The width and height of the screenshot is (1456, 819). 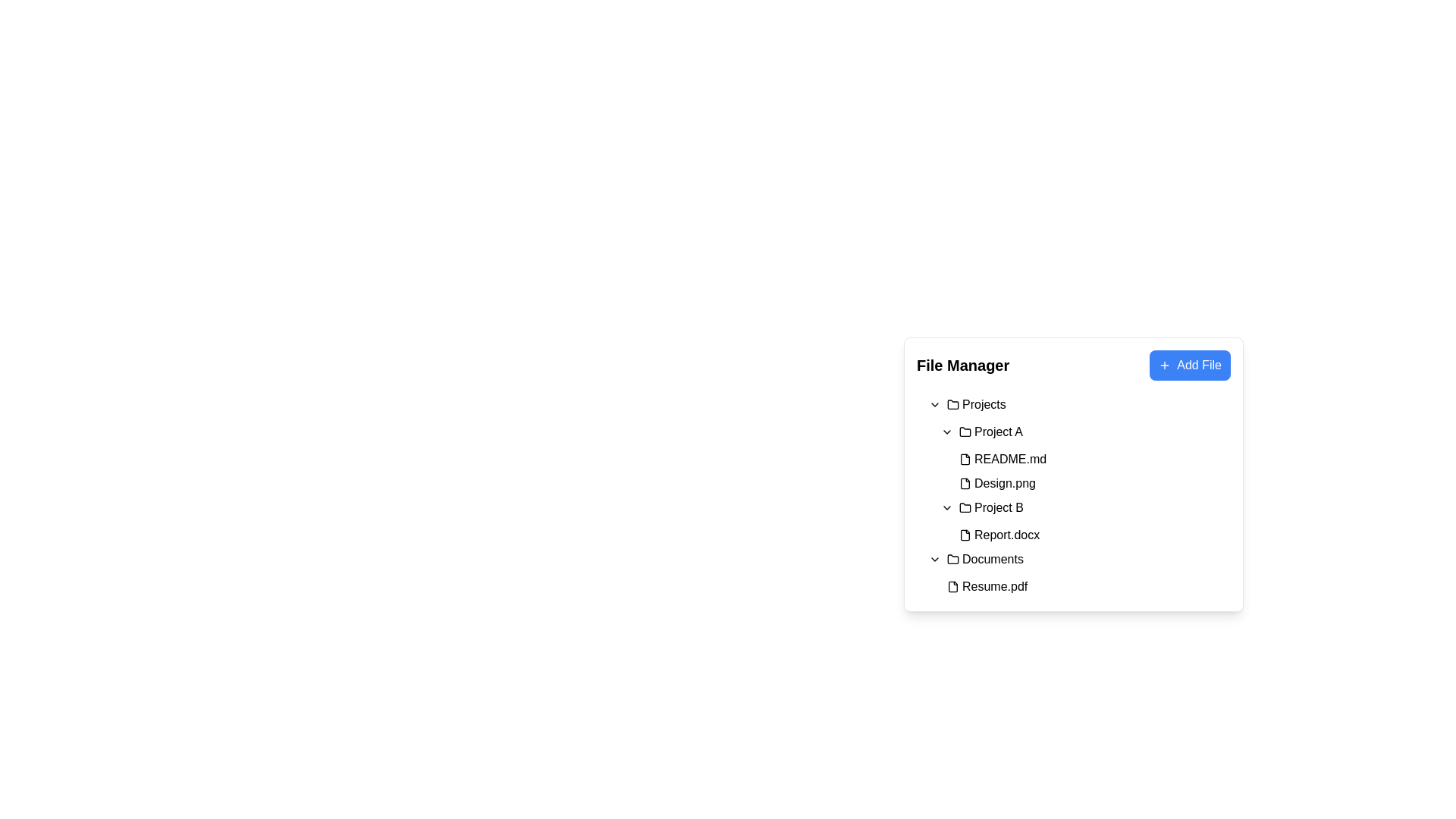 I want to click on the text label 'Projects' which is styled in plain text and located adjacent to a folder icon in the file manager interface, so click(x=984, y=403).